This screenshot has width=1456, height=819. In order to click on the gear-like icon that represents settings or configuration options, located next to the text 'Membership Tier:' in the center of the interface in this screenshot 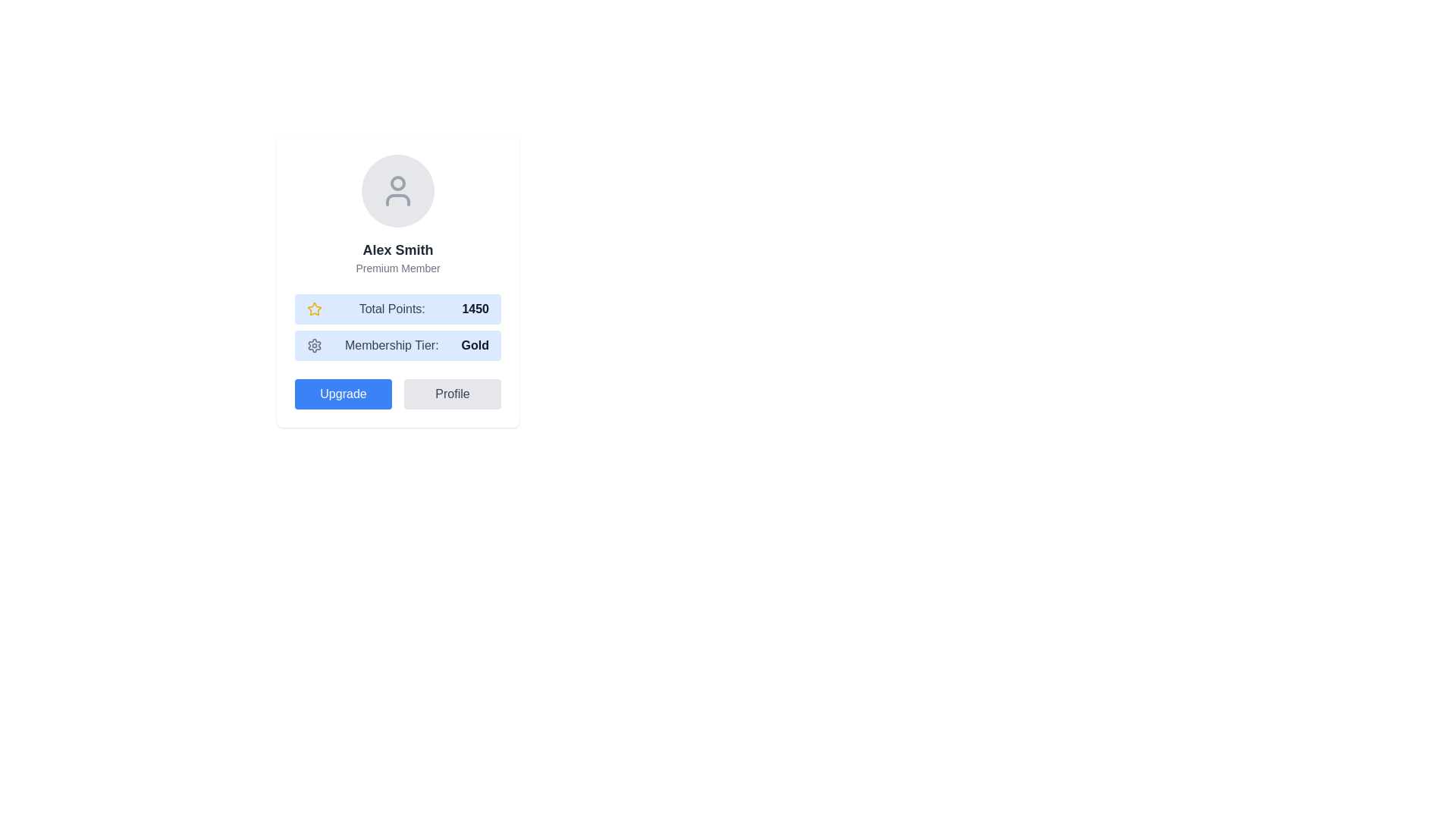, I will do `click(313, 345)`.